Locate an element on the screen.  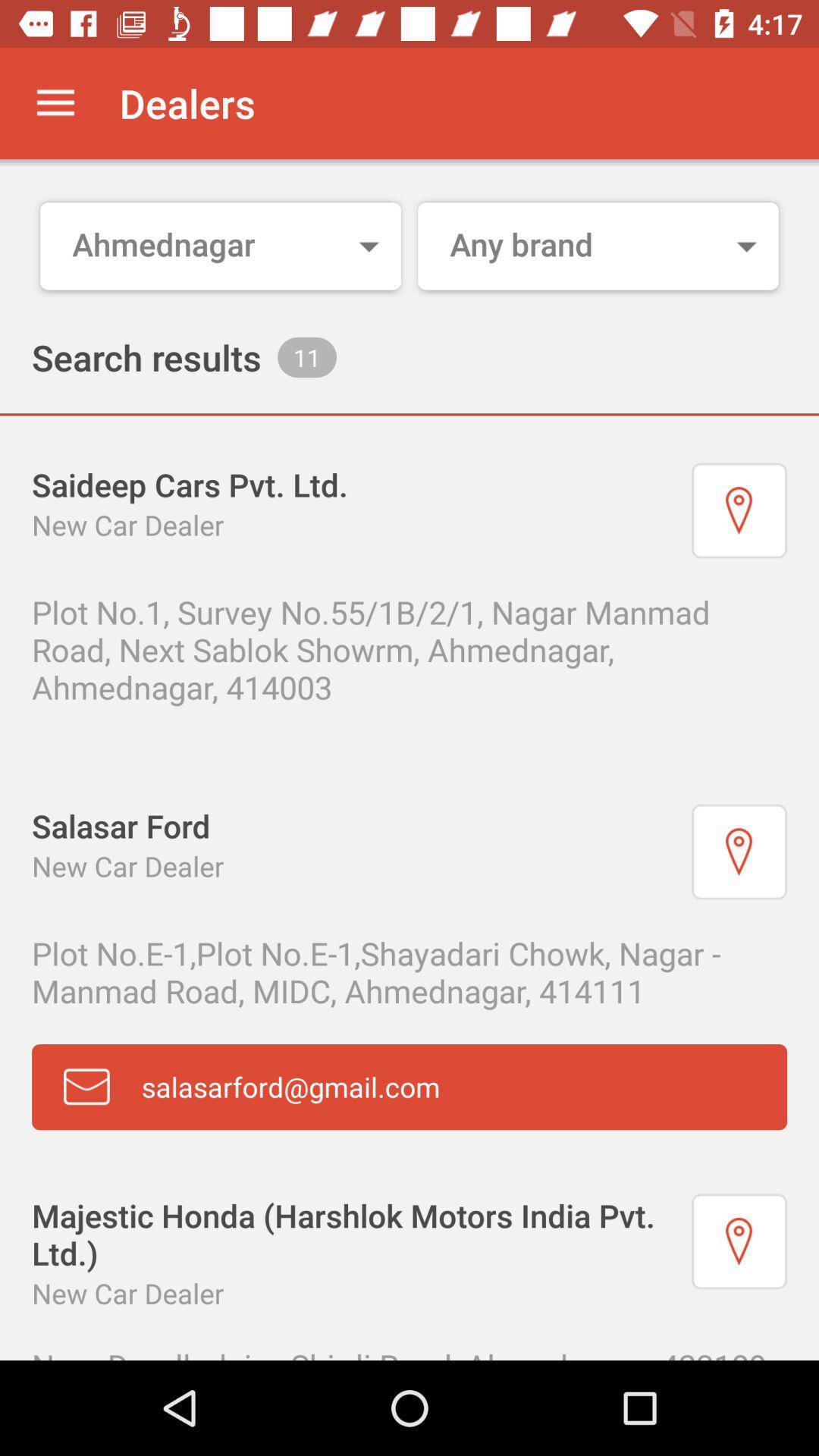
show on maps is located at coordinates (739, 1241).